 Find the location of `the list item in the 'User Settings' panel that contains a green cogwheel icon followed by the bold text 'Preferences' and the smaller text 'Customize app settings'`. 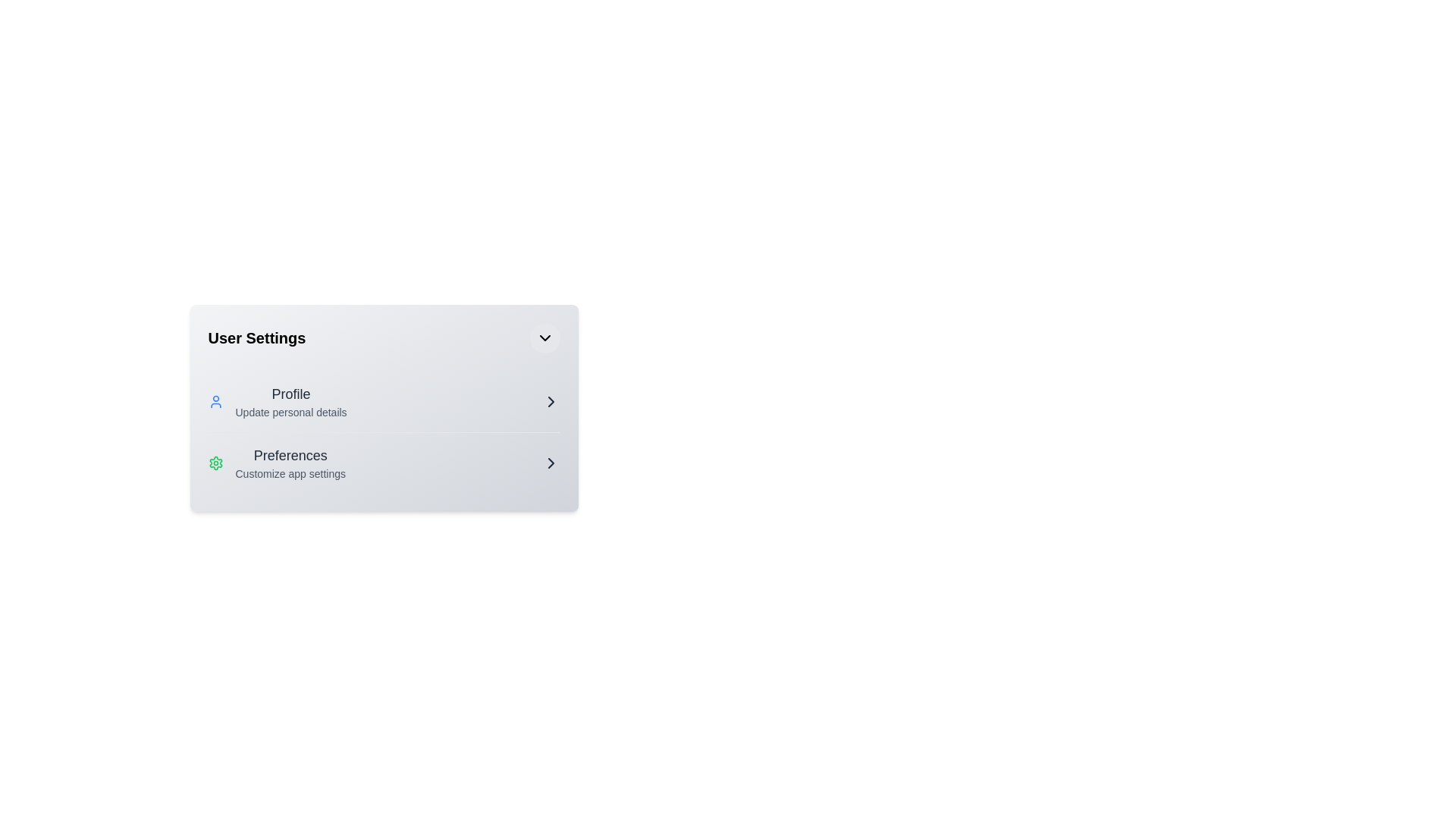

the list item in the 'User Settings' panel that contains a green cogwheel icon followed by the bold text 'Preferences' and the smaller text 'Customize app settings' is located at coordinates (277, 462).